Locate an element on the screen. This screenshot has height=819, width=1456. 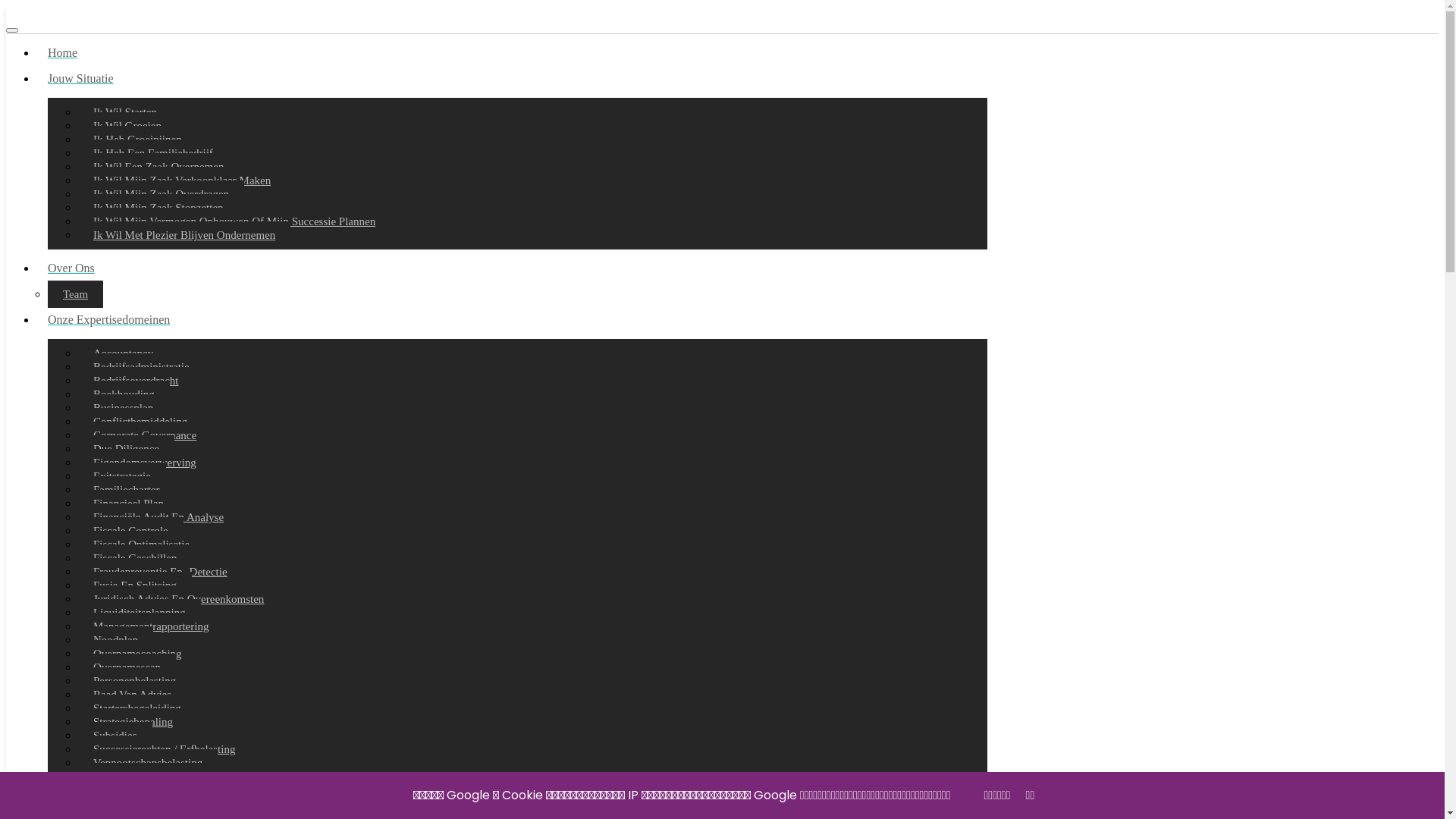
'Ik Wil Groeien' is located at coordinates (77, 124).